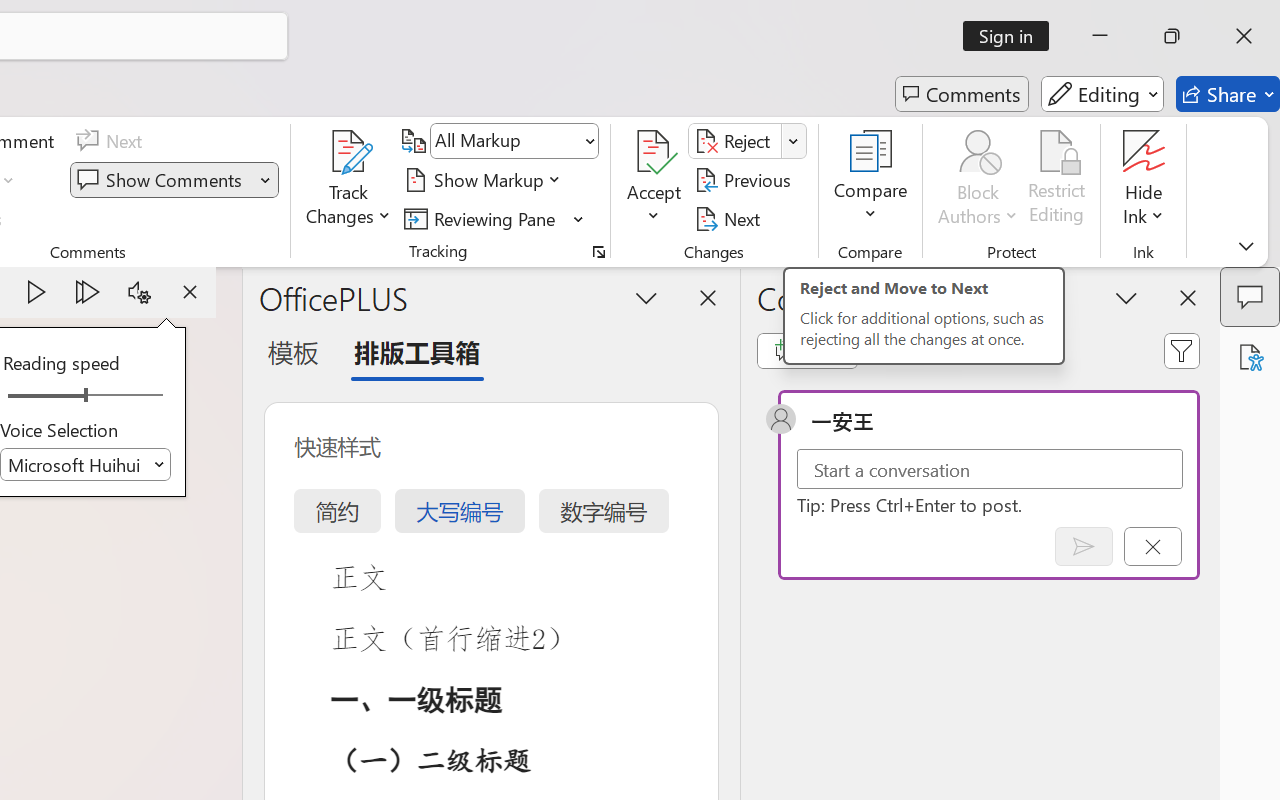  I want to click on 'Track Changes', so click(349, 179).